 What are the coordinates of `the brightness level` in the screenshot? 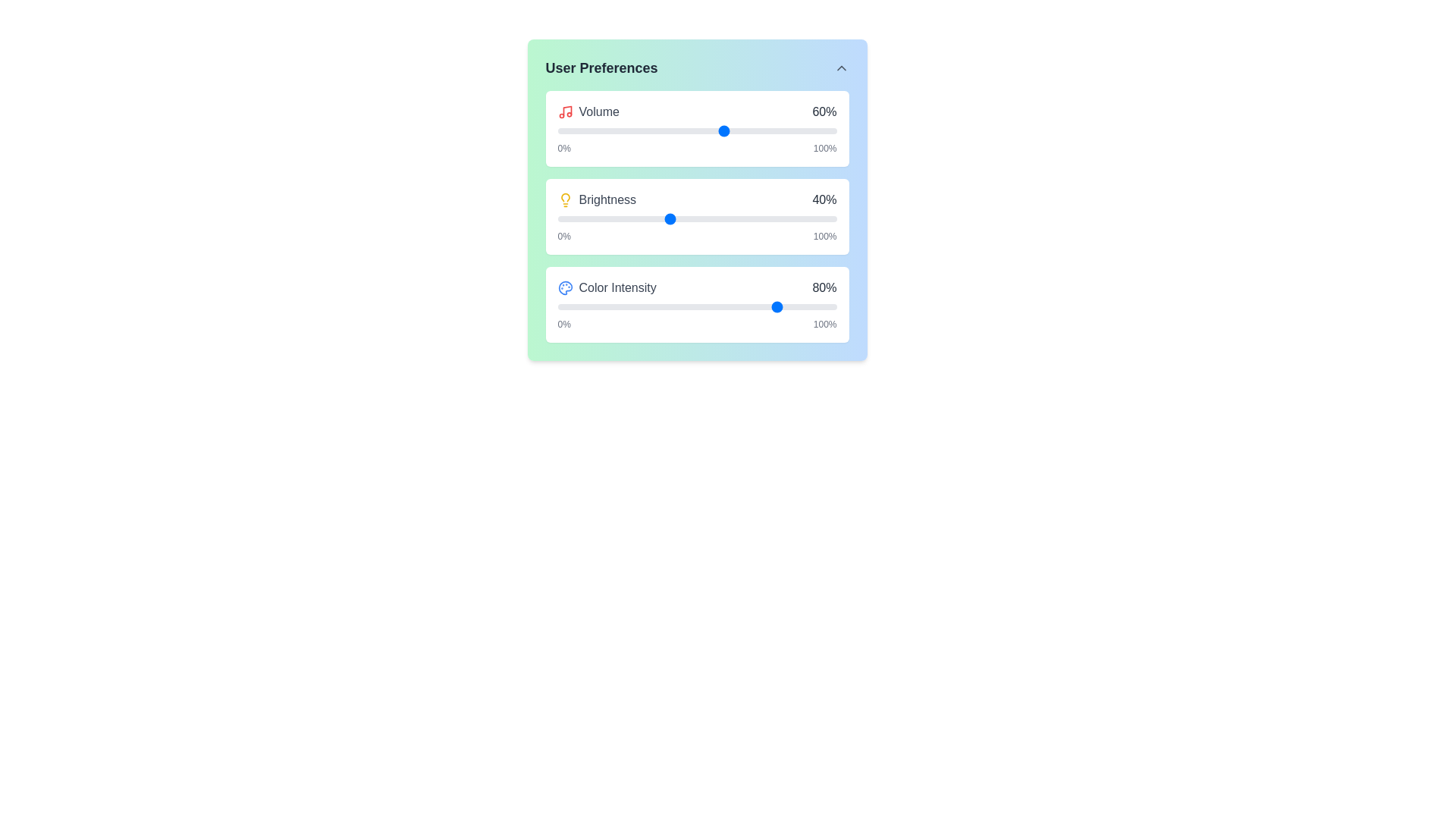 It's located at (824, 219).